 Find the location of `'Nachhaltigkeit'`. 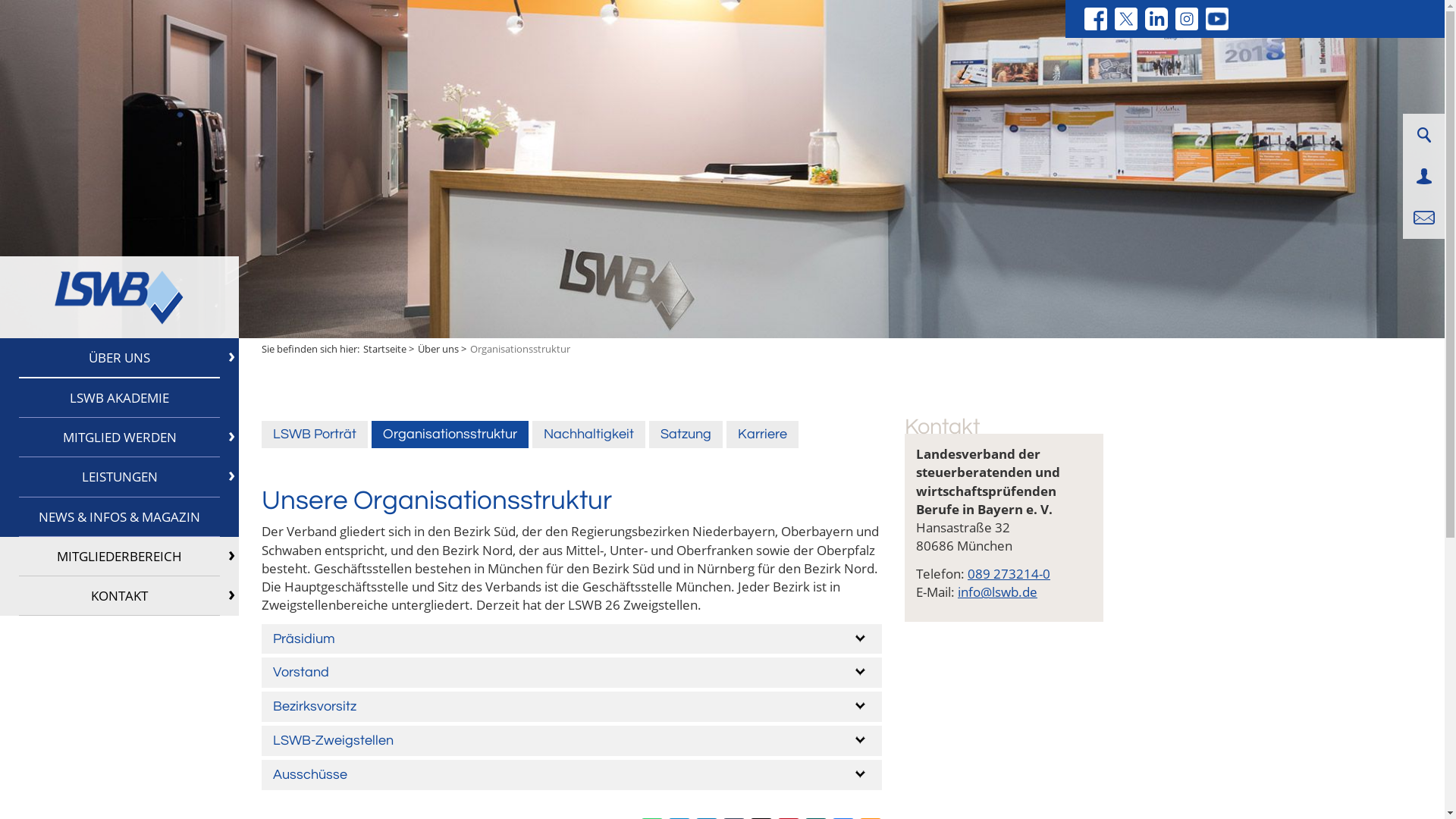

'Nachhaltigkeit' is located at coordinates (532, 435).